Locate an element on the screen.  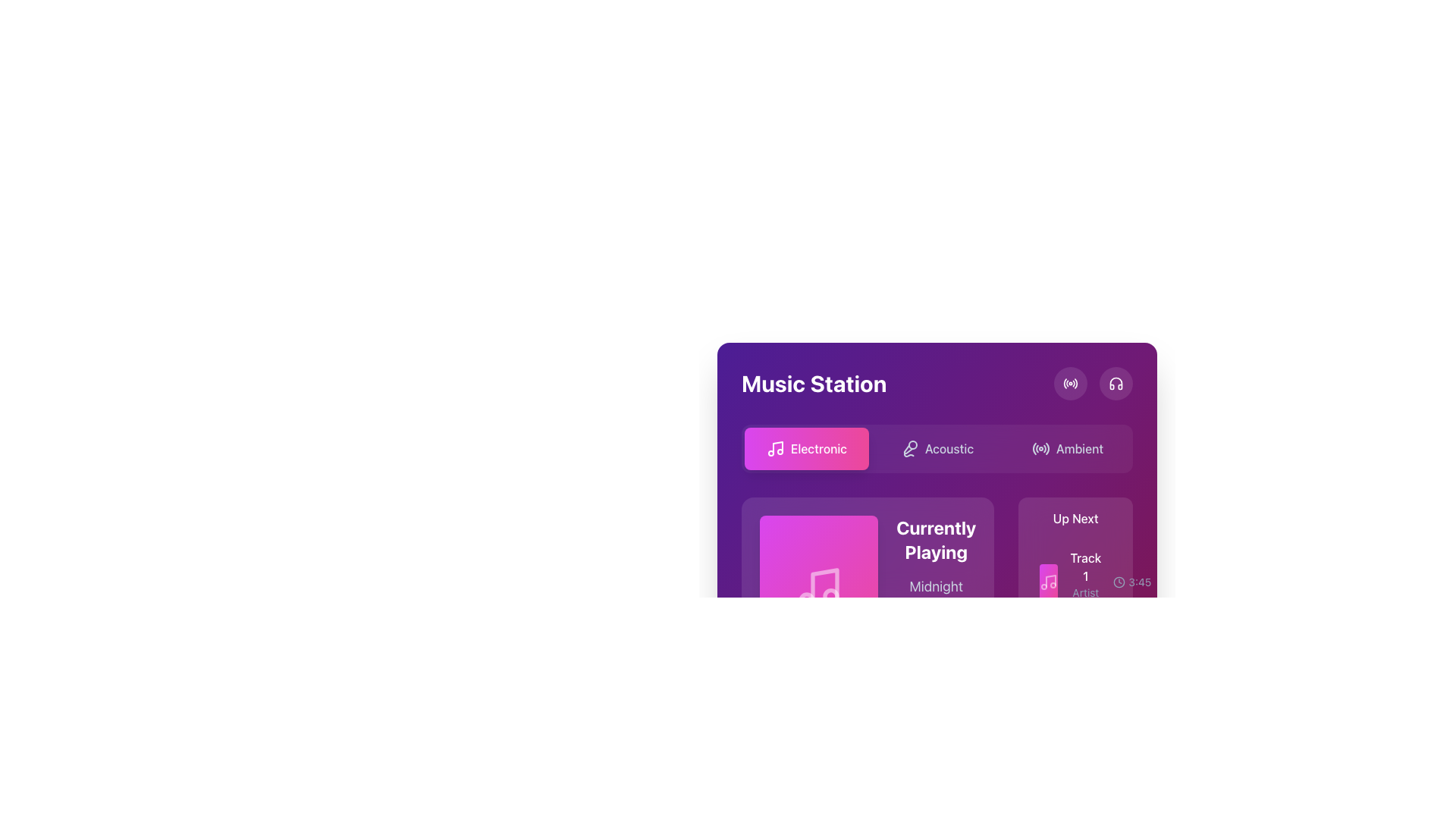
the minimalist headphones icon located in the top-right corner of the interface is located at coordinates (1116, 382).